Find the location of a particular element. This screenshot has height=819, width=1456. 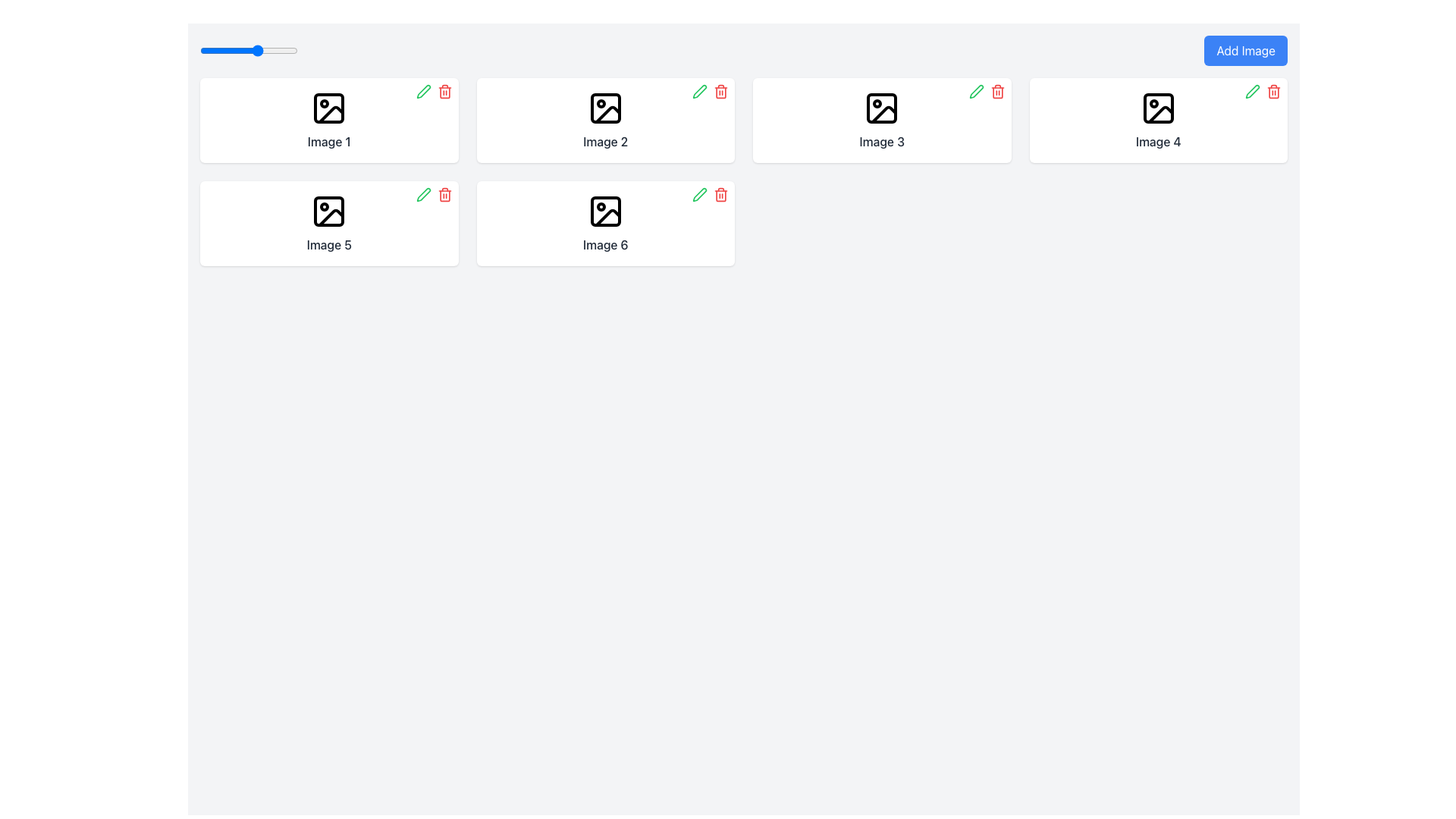

the red trash bin icon in the top right corner of the card labeled 'Image 5' is located at coordinates (433, 194).